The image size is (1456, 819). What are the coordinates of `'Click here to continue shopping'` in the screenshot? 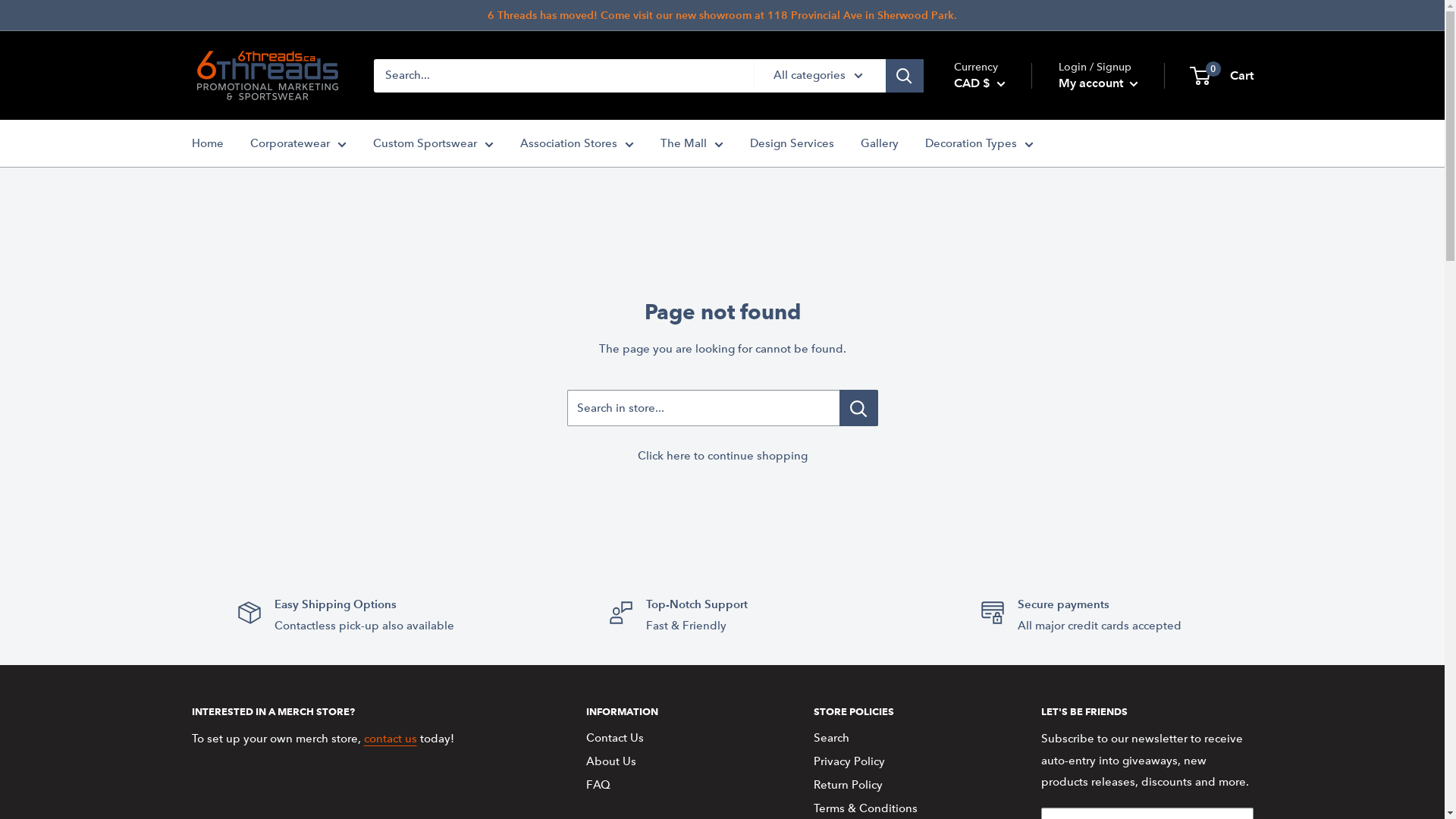 It's located at (720, 455).